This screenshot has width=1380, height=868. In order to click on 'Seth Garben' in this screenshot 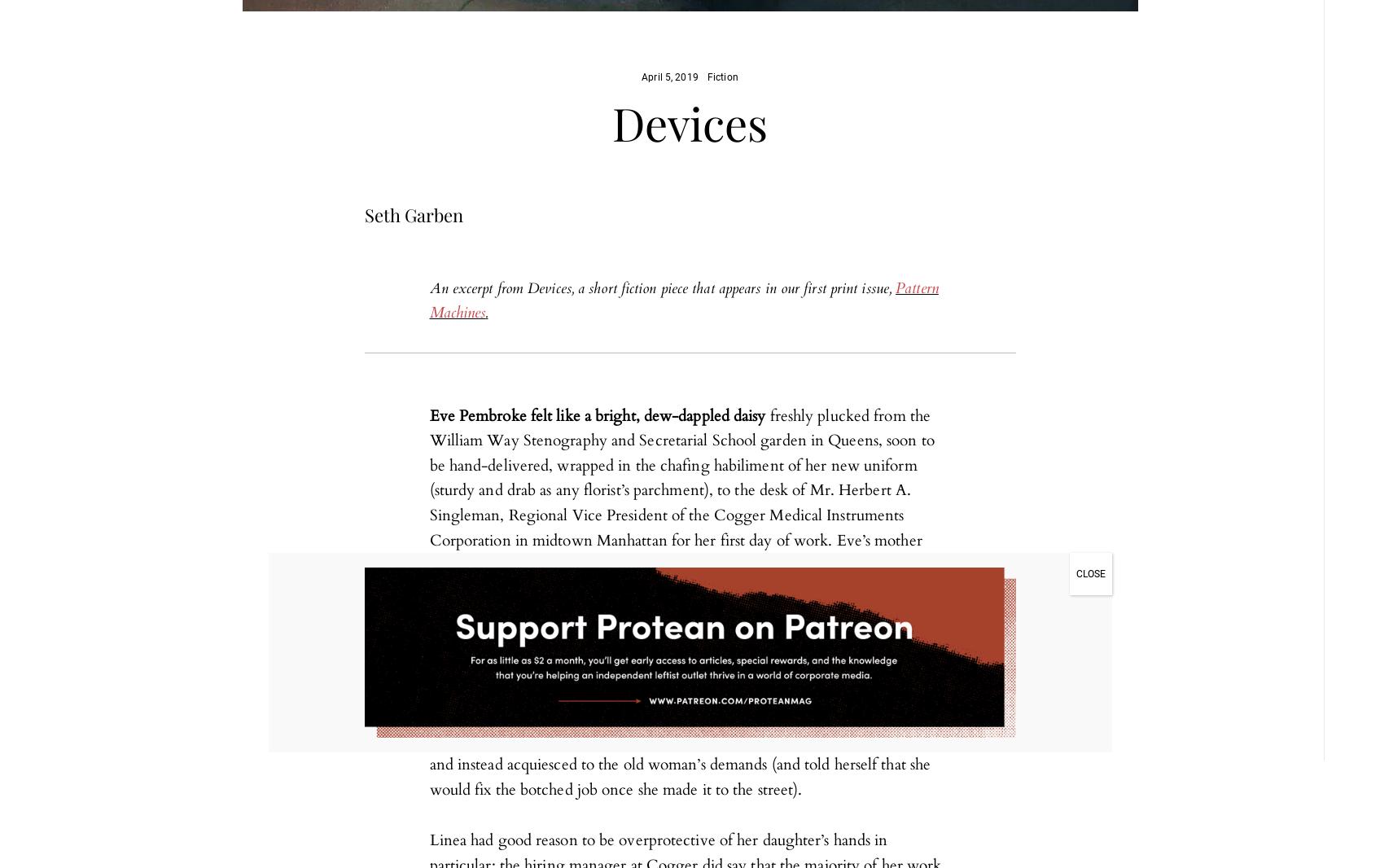, I will do `click(412, 213)`.